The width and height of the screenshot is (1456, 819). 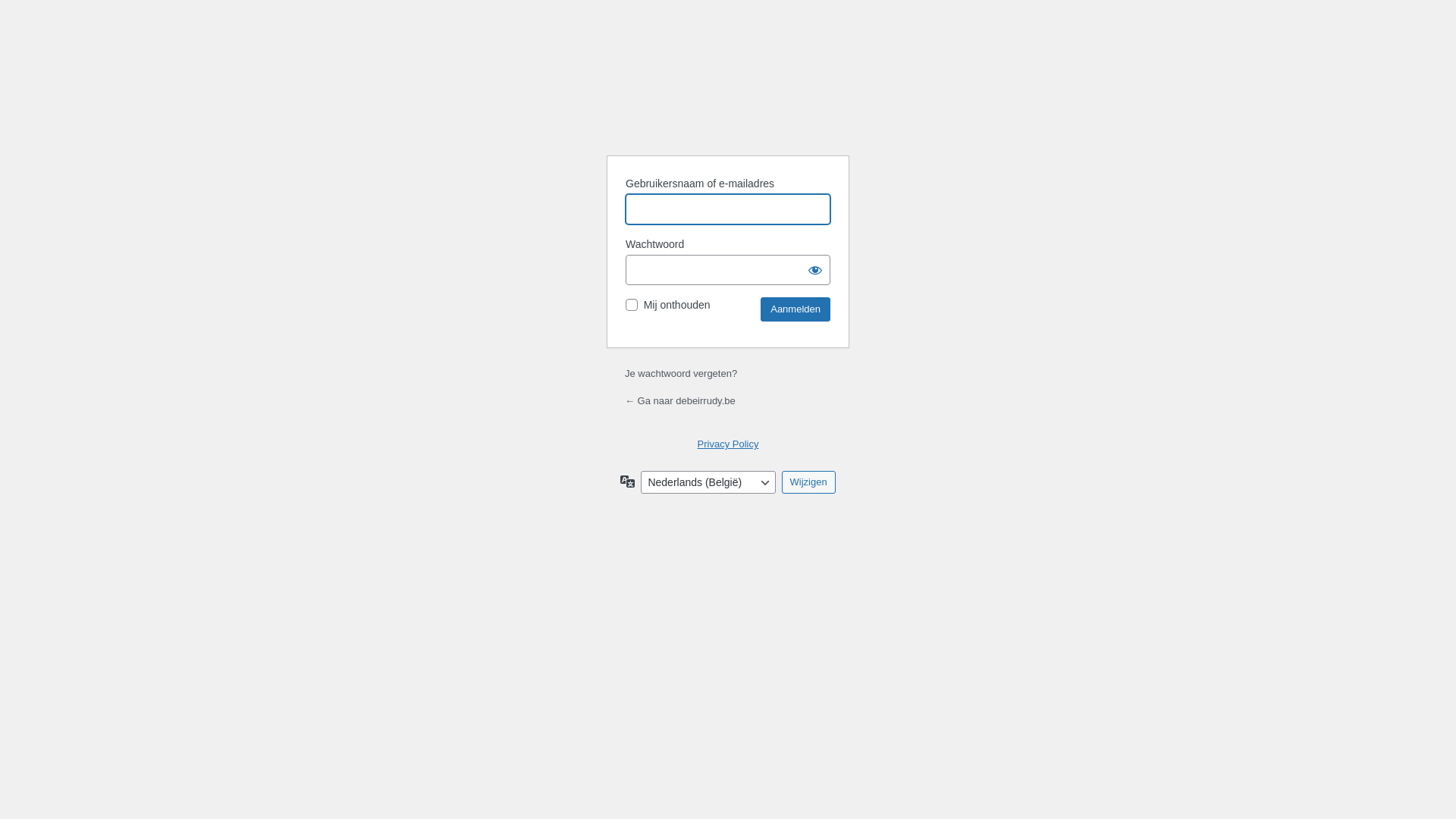 I want to click on 'Aanmelden', so click(x=795, y=309).